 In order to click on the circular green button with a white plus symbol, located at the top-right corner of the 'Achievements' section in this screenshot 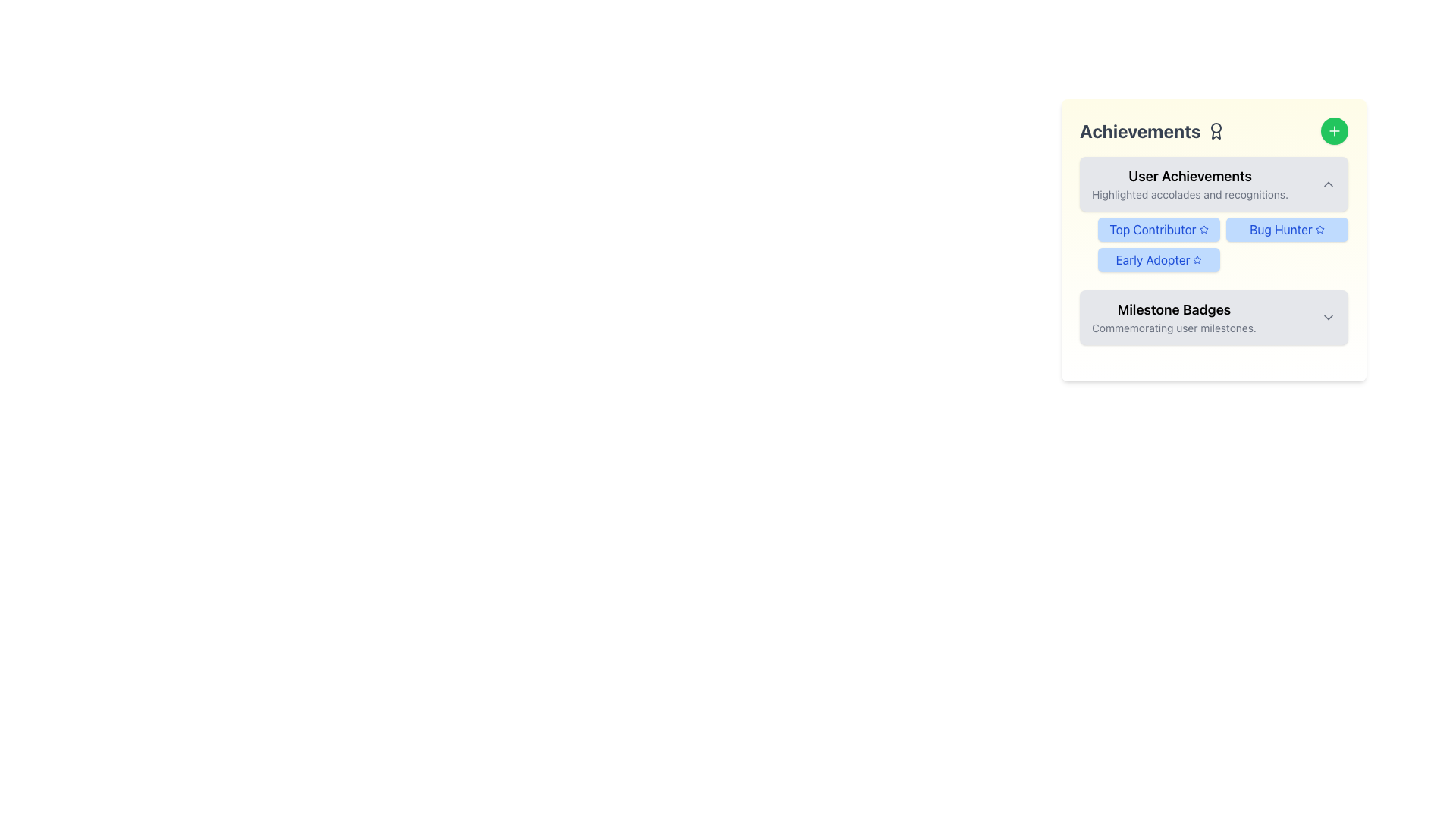, I will do `click(1335, 130)`.